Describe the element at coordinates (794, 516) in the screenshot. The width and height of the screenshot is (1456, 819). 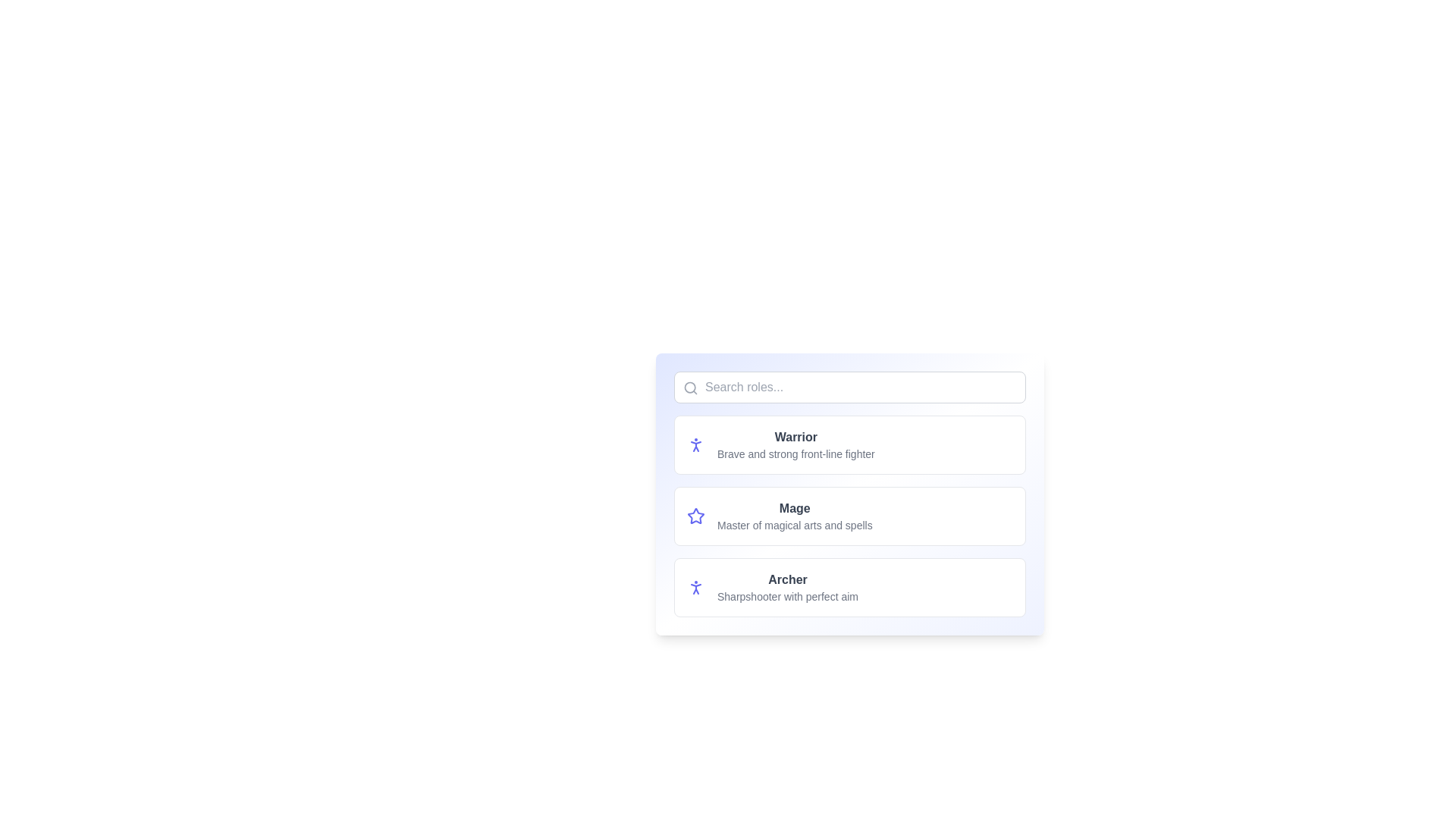
I see `the list item labeled 'Mage' which is the second item in a vertically stacked list of cards` at that location.